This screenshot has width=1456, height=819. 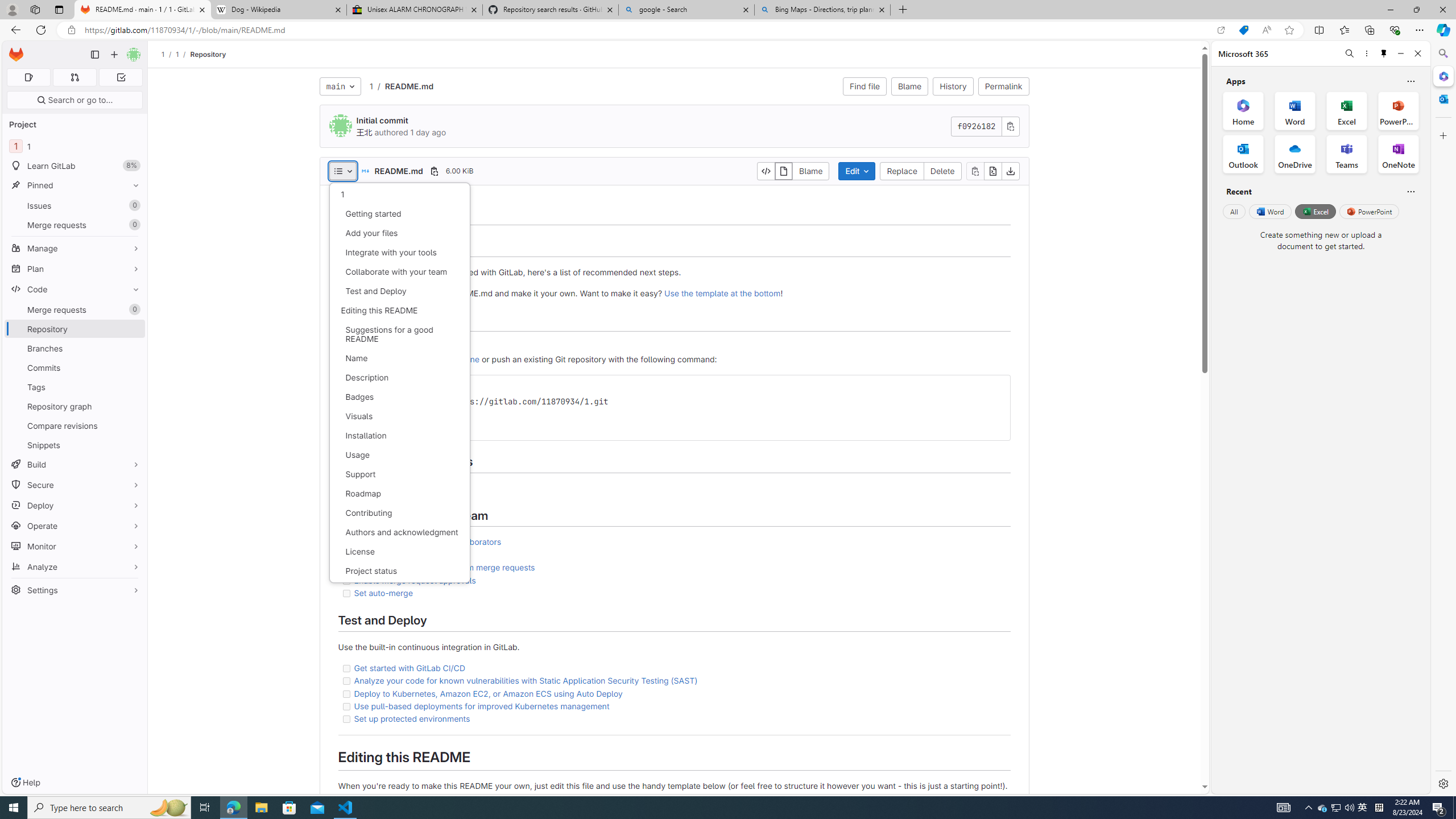 What do you see at coordinates (74, 425) in the screenshot?
I see `'Compare revisions'` at bounding box center [74, 425].